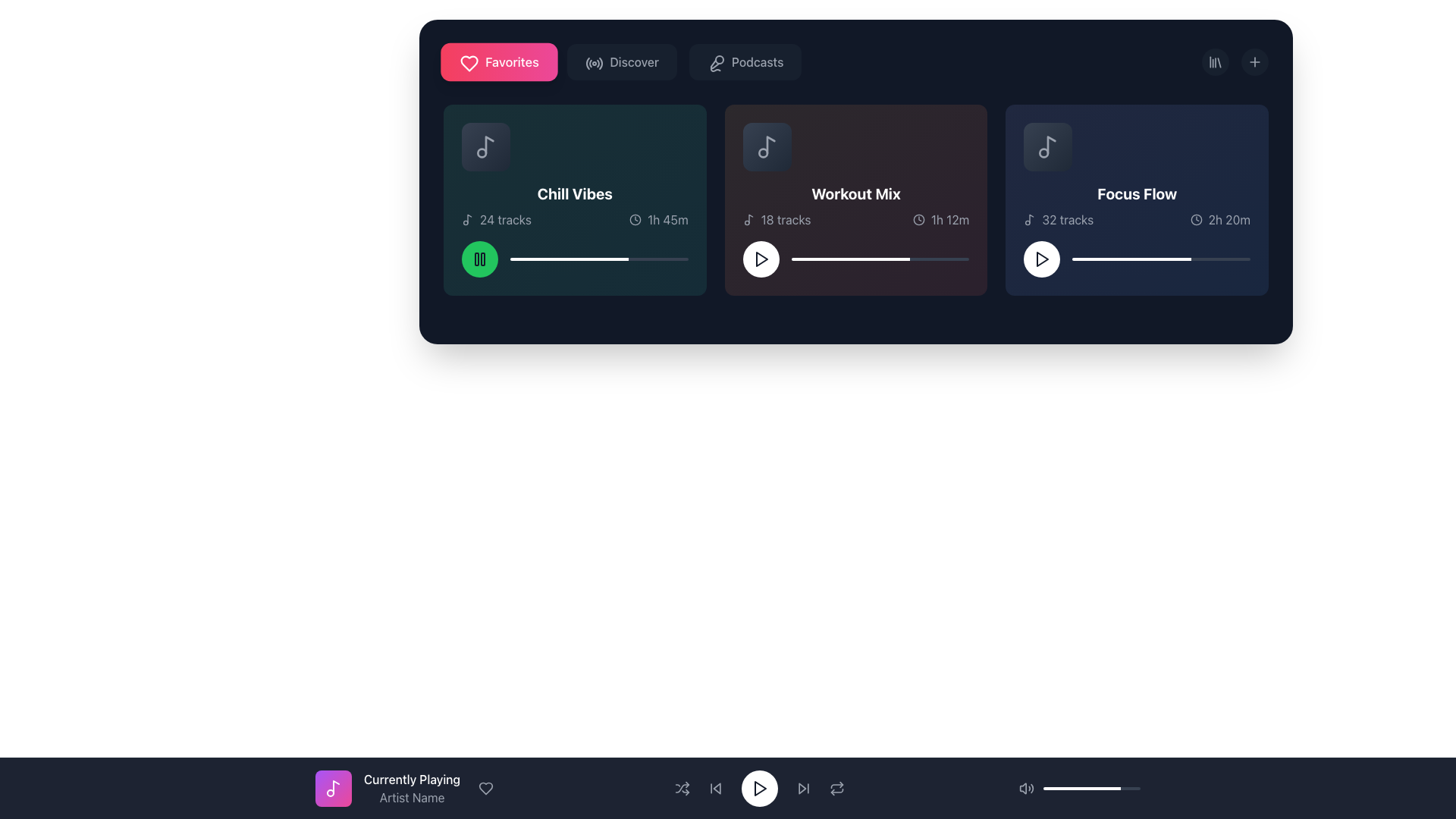  Describe the element at coordinates (714, 61) in the screenshot. I see `the gray microphone icon within the 'Podcasts' button, which is rendered in a minimalist line-art style` at that location.